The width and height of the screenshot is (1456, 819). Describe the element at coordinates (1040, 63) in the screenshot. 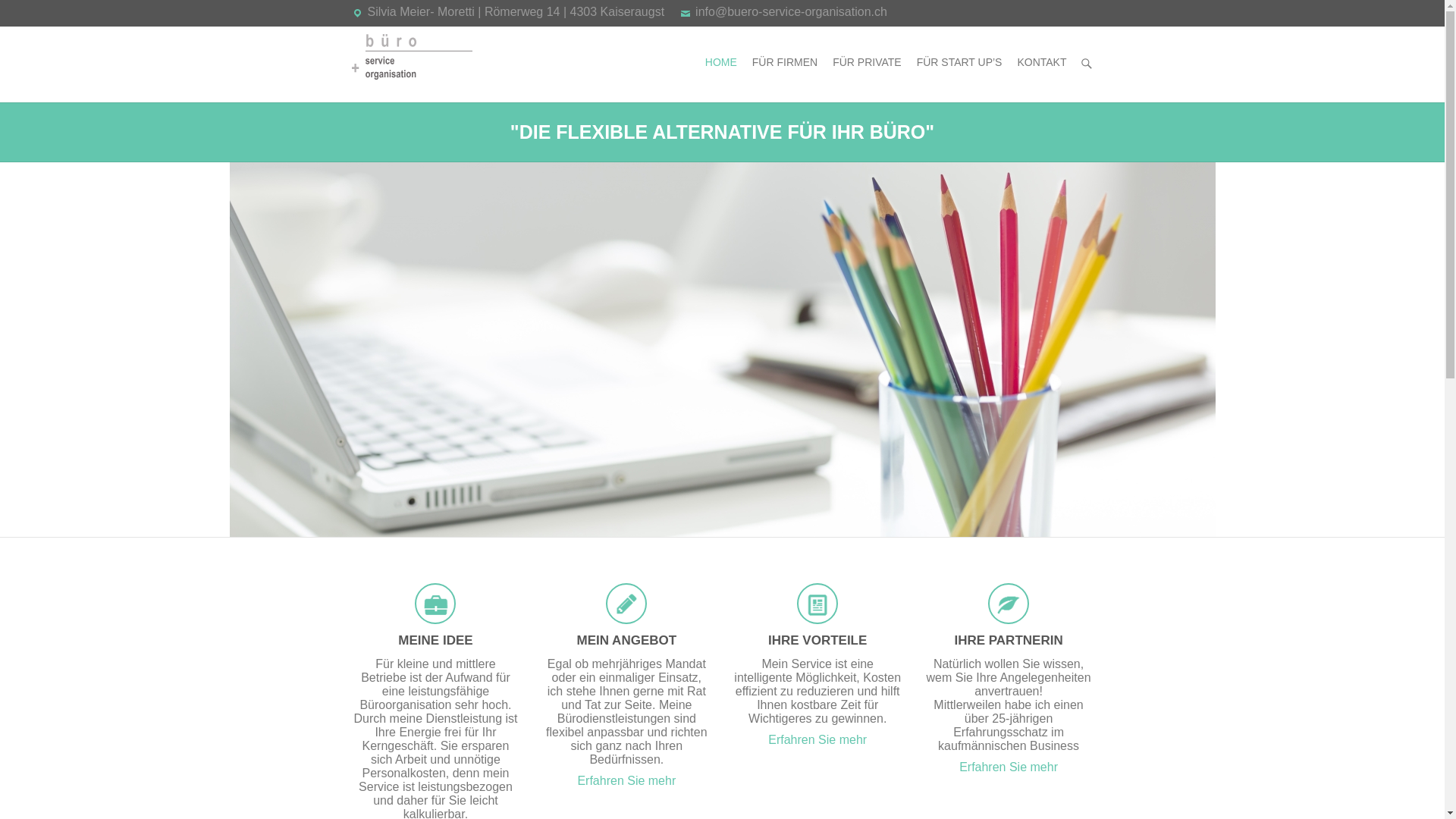

I see `'KONTAKT'` at that location.